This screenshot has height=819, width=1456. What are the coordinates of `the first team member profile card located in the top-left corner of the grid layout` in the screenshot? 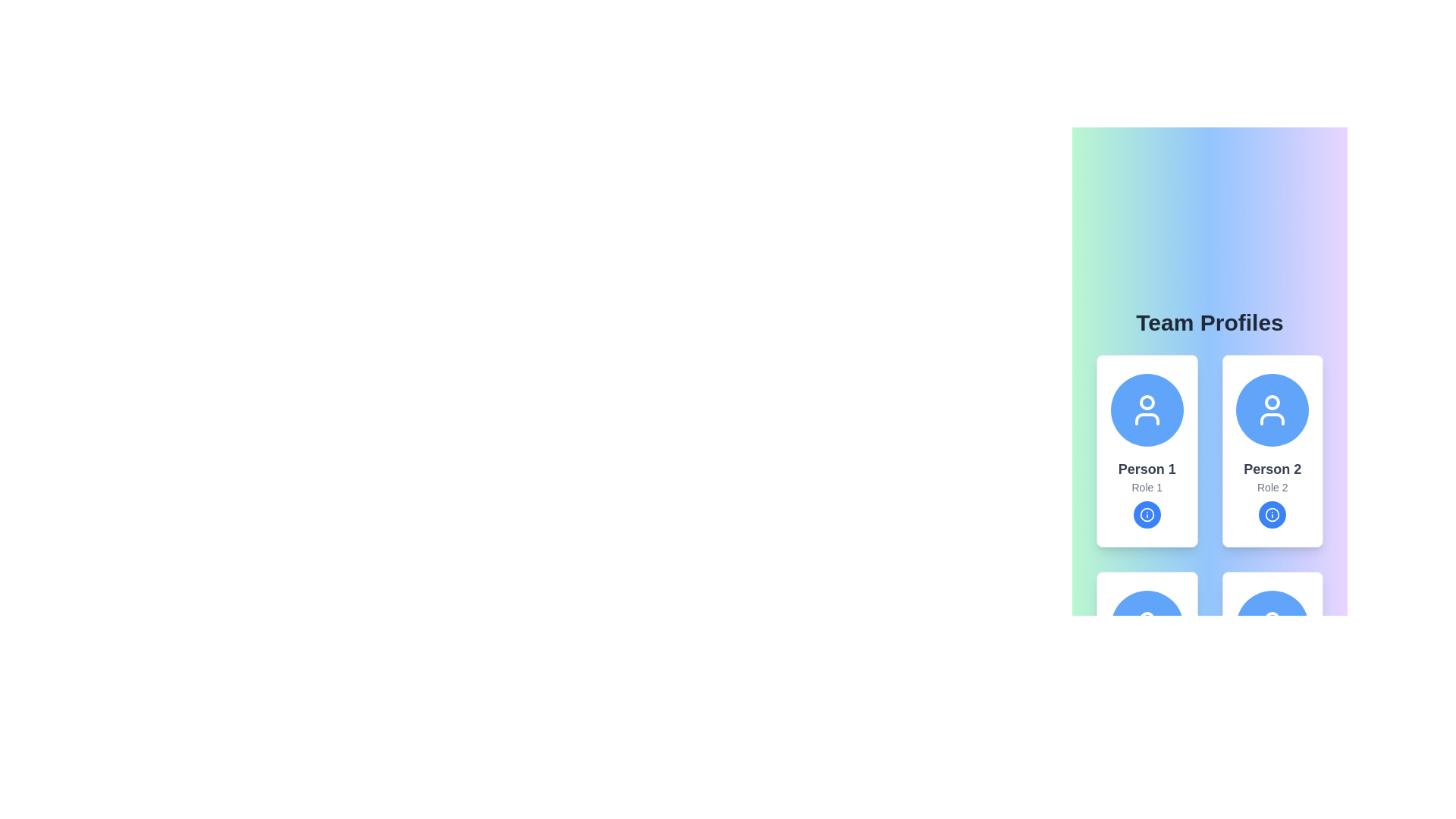 It's located at (1147, 450).